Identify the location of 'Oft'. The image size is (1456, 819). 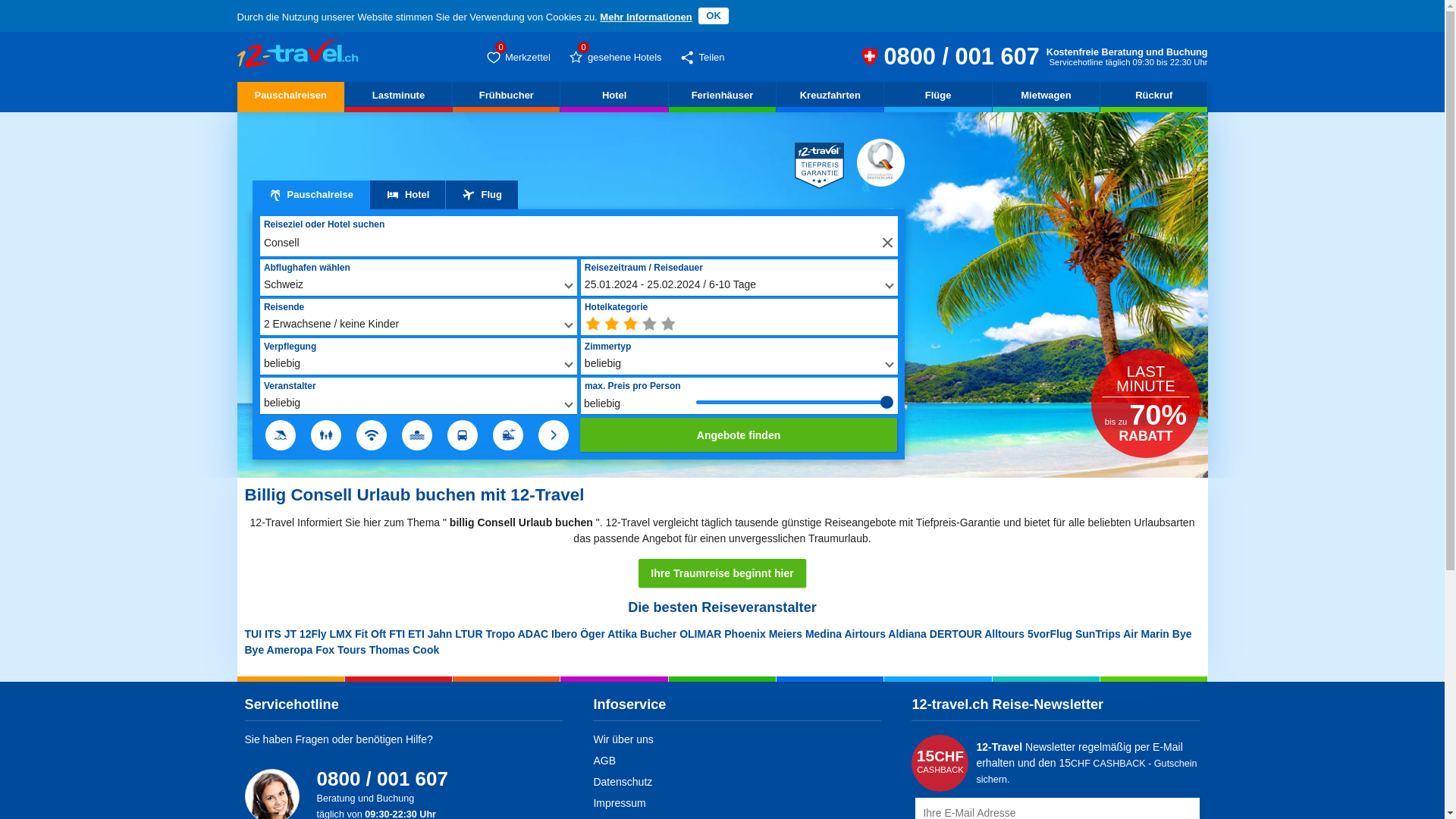
(378, 634).